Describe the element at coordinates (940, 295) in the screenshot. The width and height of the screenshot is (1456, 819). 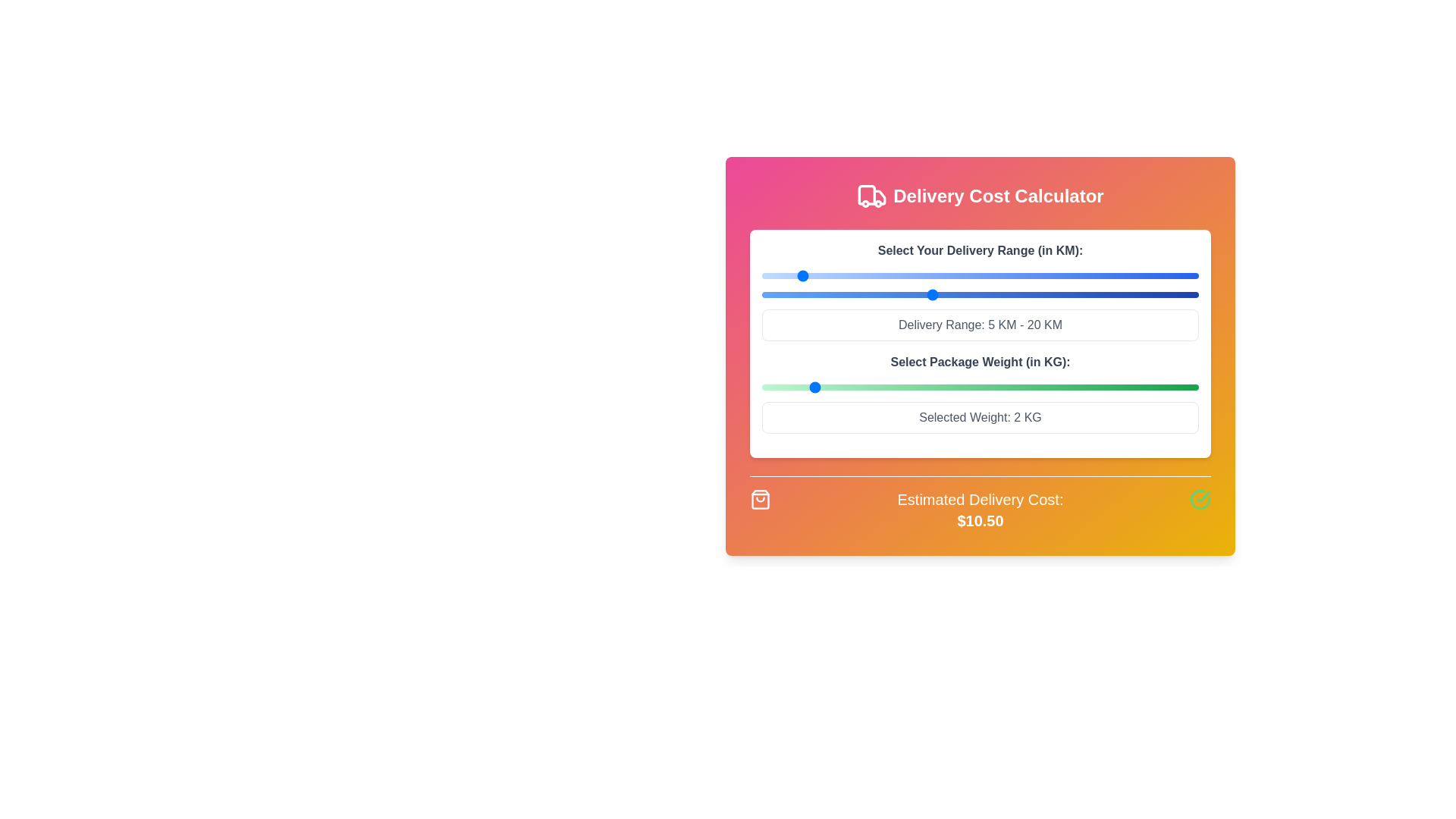
I see `delivery range` at that location.